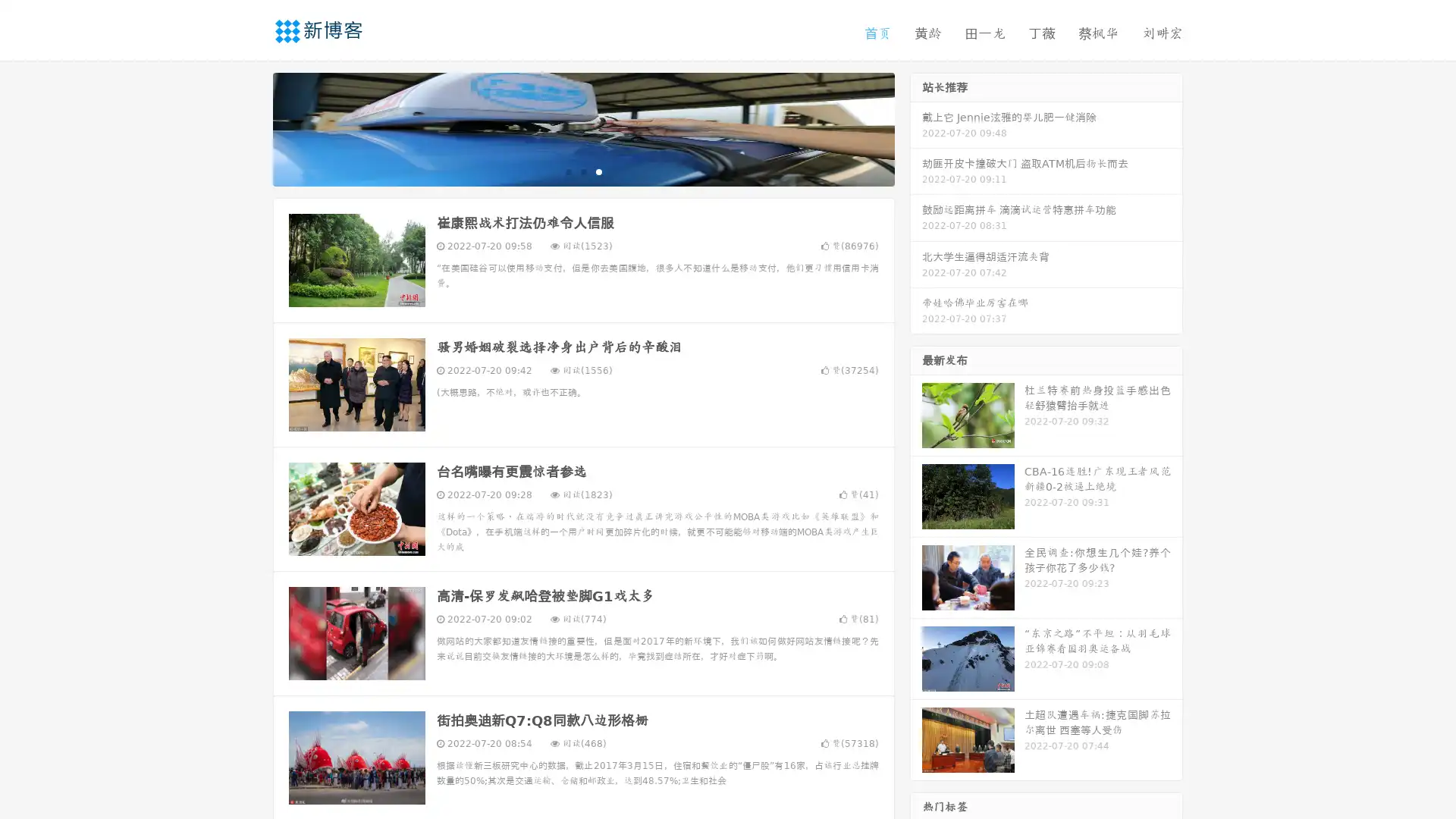  Describe the element at coordinates (567, 171) in the screenshot. I see `Go to slide 1` at that location.